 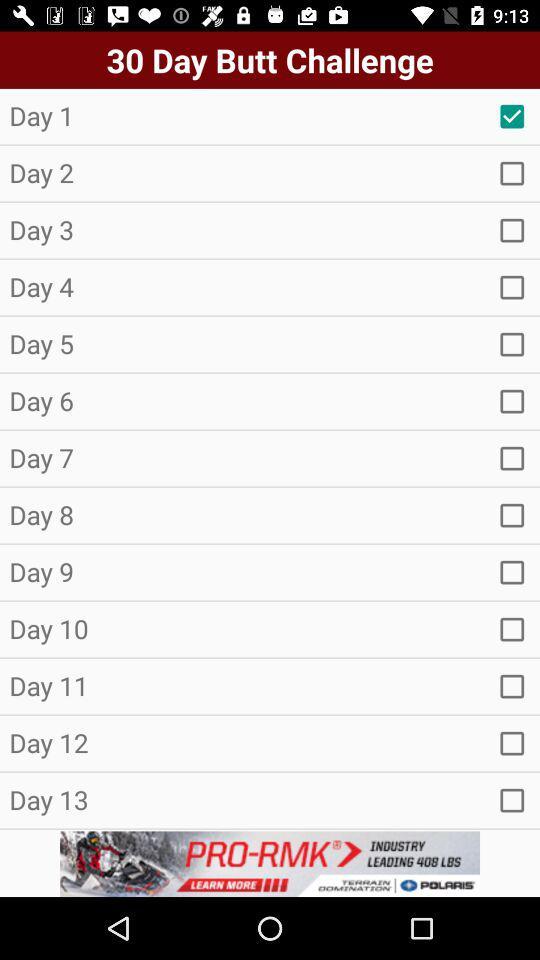 I want to click on new tap, so click(x=512, y=230).